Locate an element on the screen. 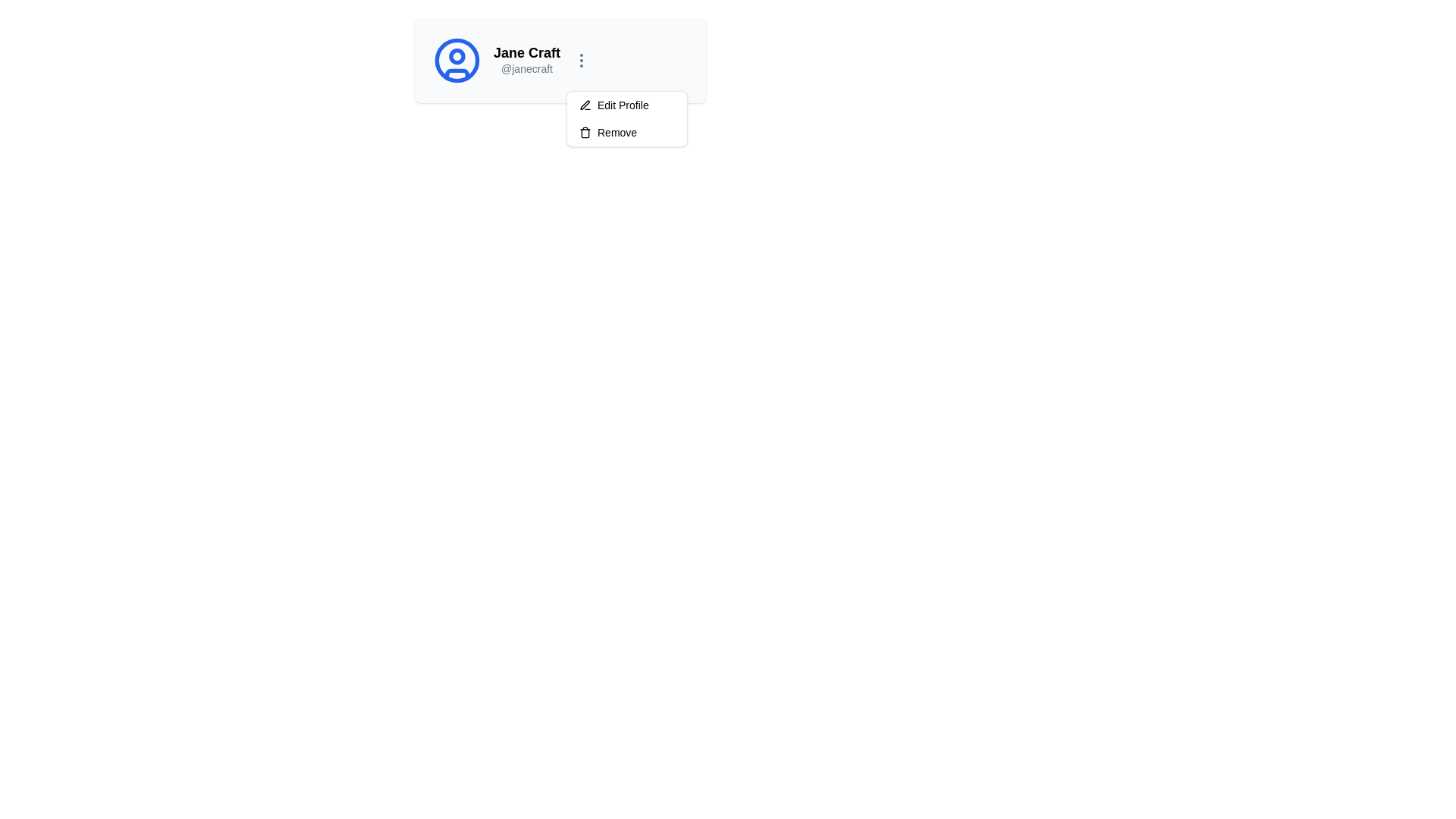  the static text representing the user handle, located directly beneath 'Jane Craft' in the top-left section of the interface is located at coordinates (527, 69).